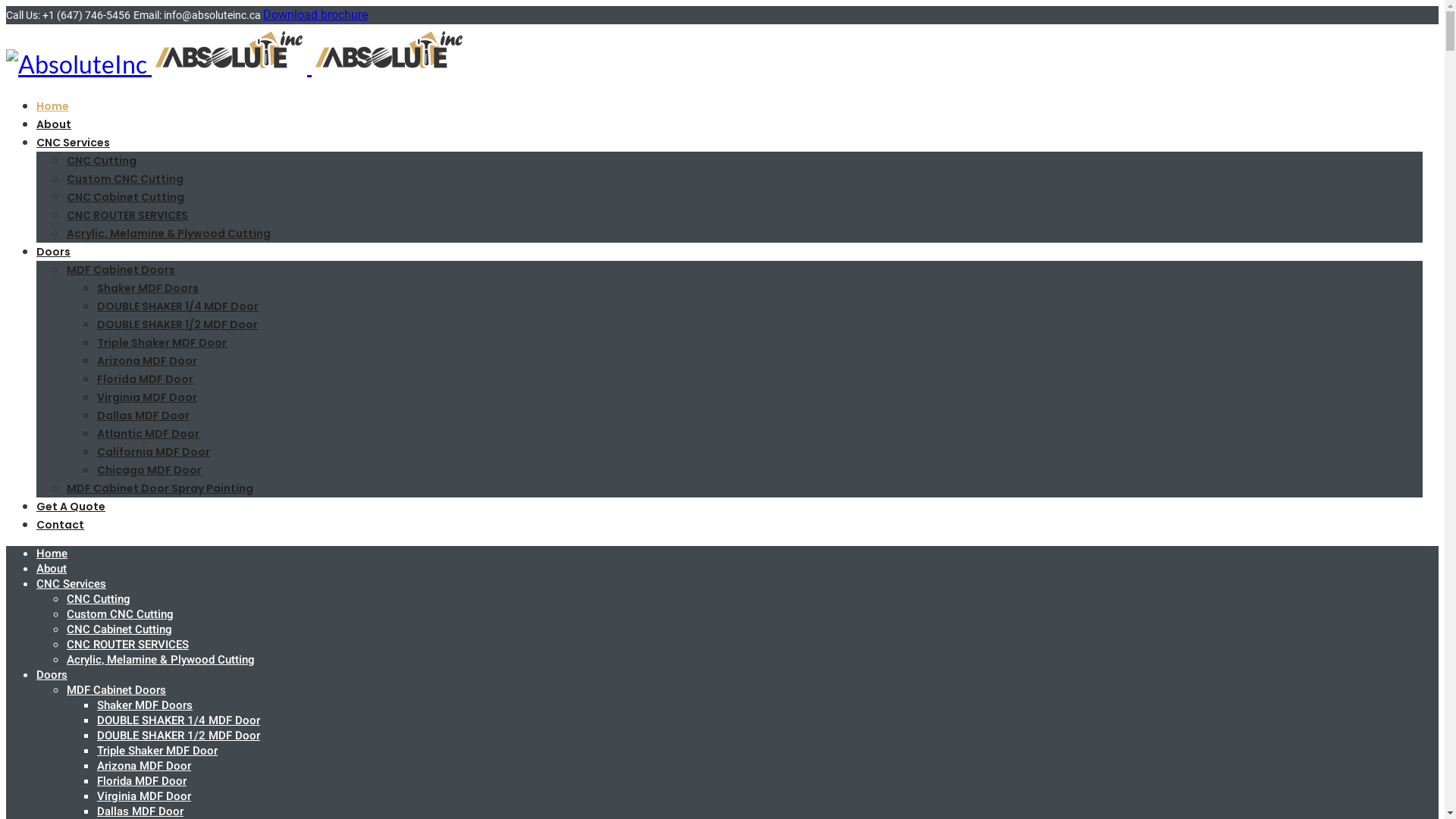  Describe the element at coordinates (53, 250) in the screenshot. I see `'Doors'` at that location.